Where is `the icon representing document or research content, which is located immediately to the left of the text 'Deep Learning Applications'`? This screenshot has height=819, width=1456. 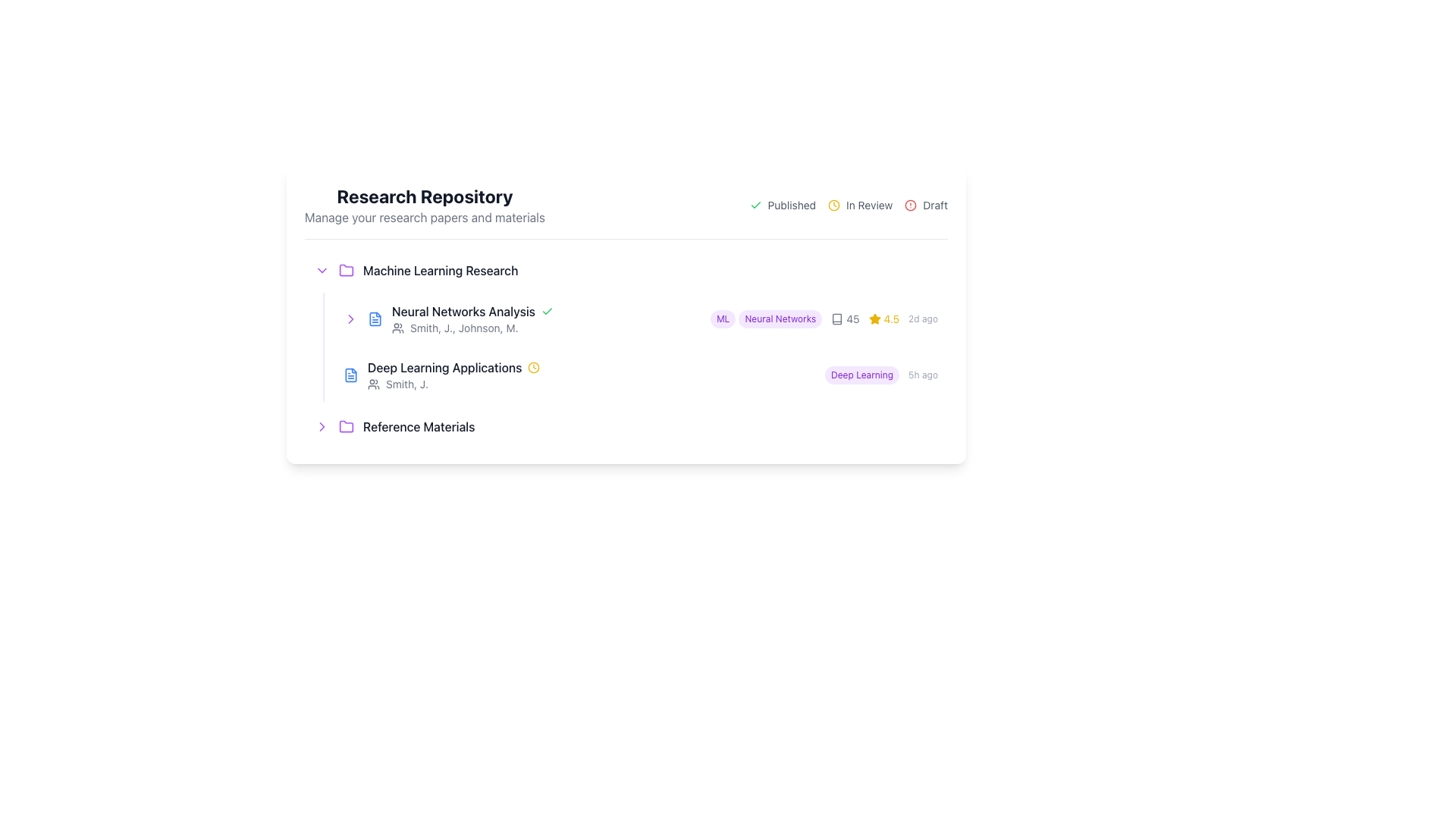
the icon representing document or research content, which is located immediately to the left of the text 'Deep Learning Applications' is located at coordinates (836, 318).